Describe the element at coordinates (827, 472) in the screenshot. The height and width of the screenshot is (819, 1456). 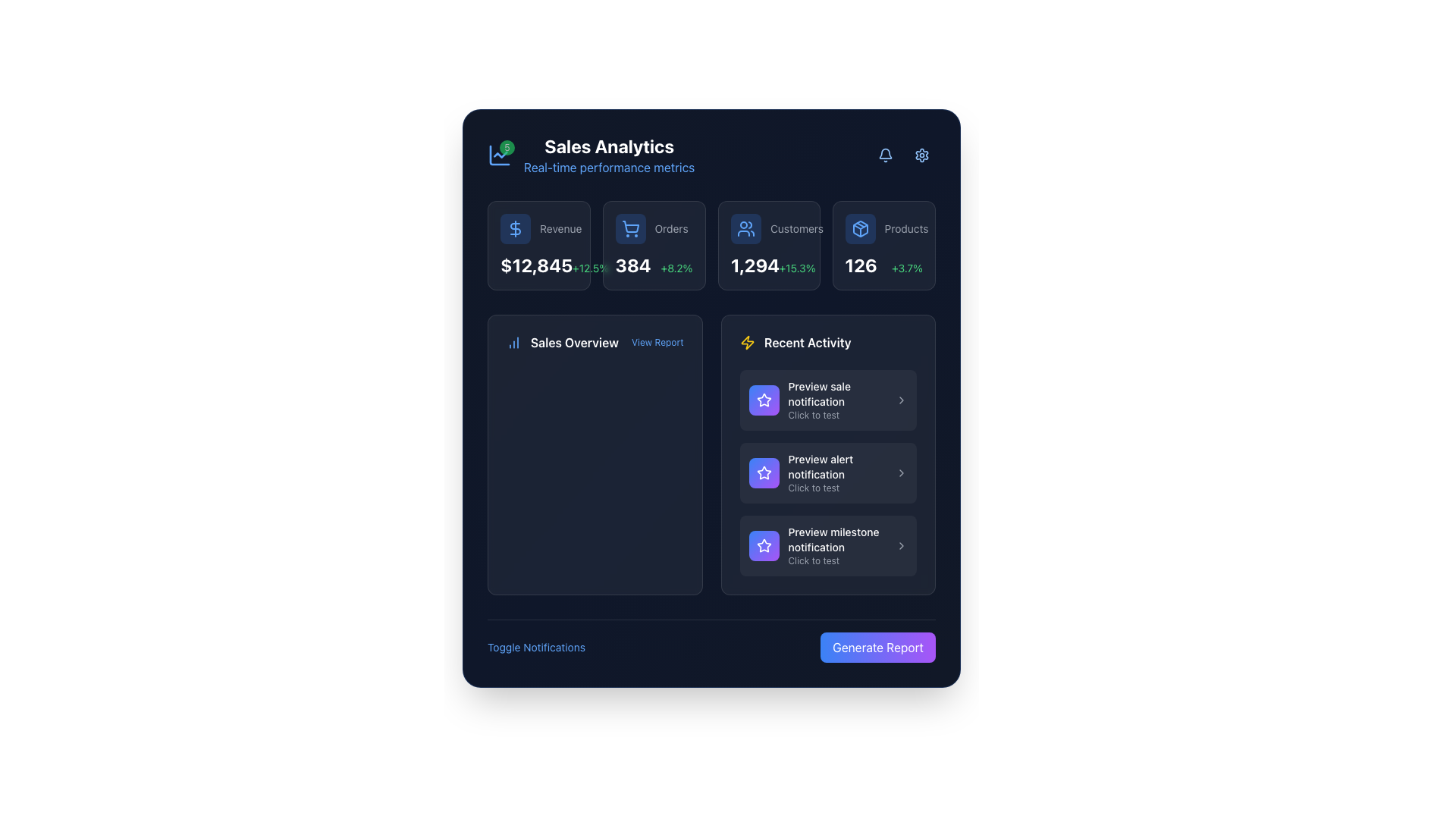
I see `the second interactive list item labeled 'Preview alert notification' in the 'Recent Activity' section` at that location.